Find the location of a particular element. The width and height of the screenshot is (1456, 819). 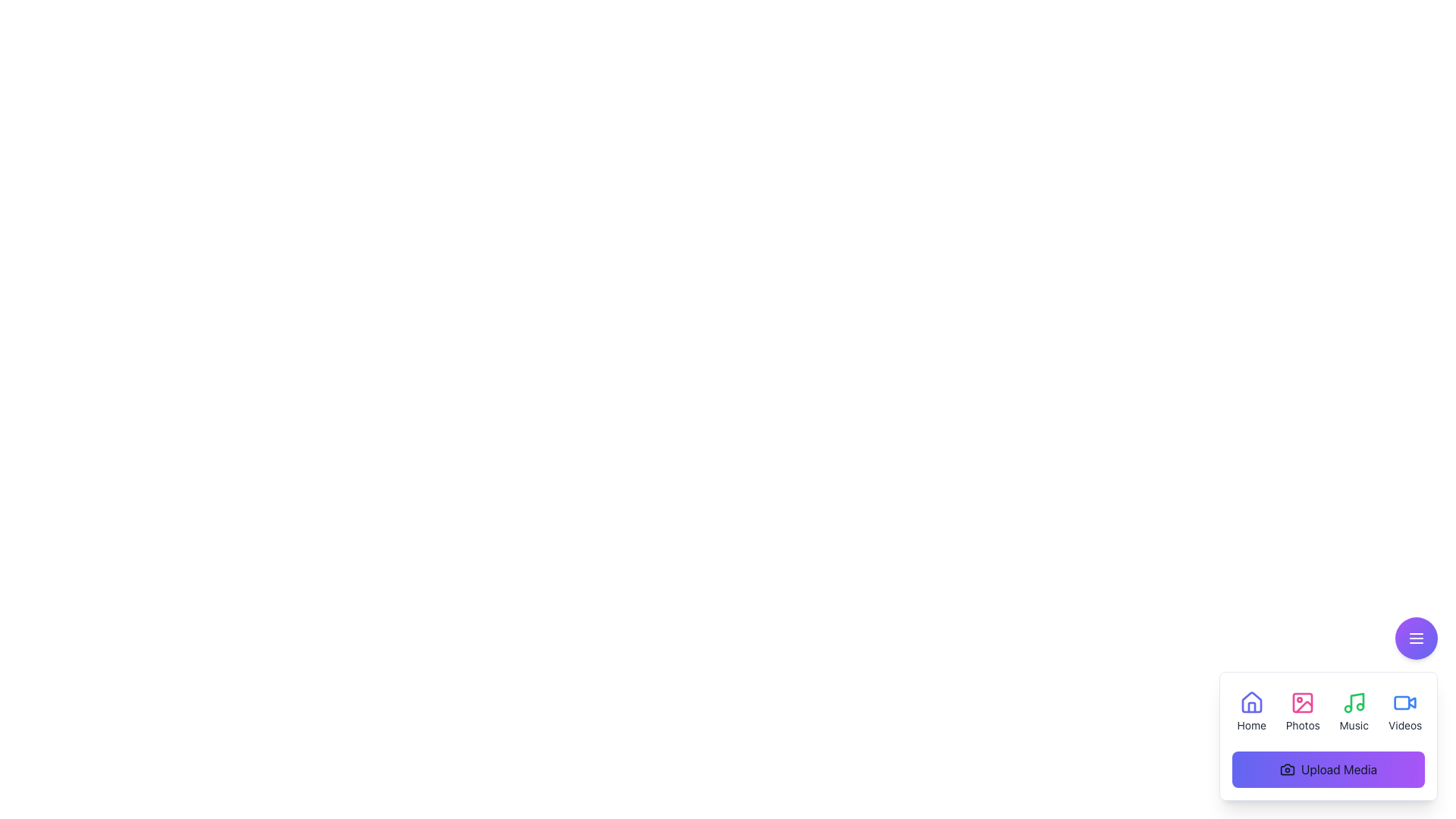

the 'Music' text label, which is styled in a small font size ('text-sm') and positioned centrally below the music note icon within the navigation options of the modal pop-up is located at coordinates (1354, 724).